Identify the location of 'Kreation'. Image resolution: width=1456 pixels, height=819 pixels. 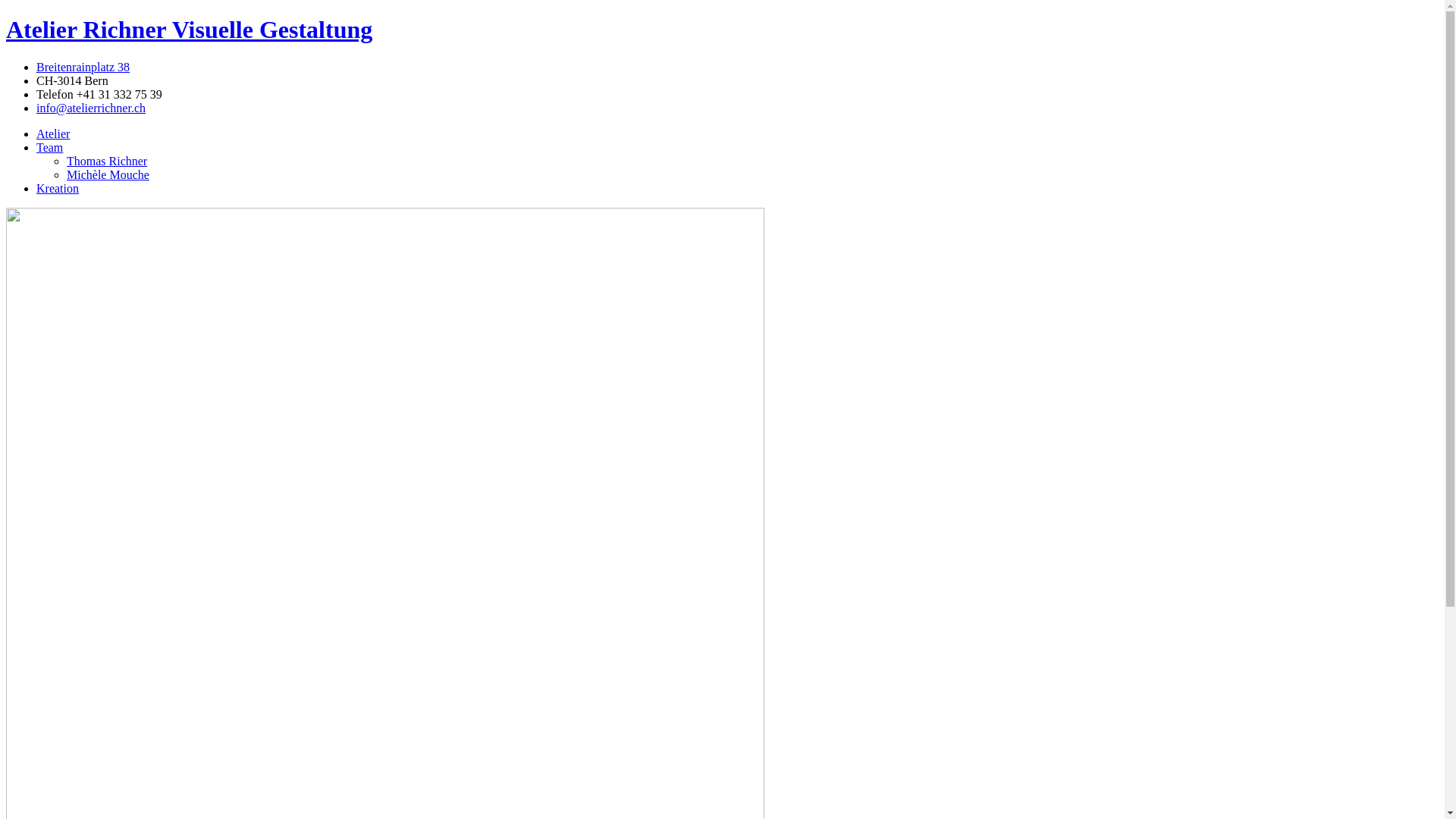
(36, 187).